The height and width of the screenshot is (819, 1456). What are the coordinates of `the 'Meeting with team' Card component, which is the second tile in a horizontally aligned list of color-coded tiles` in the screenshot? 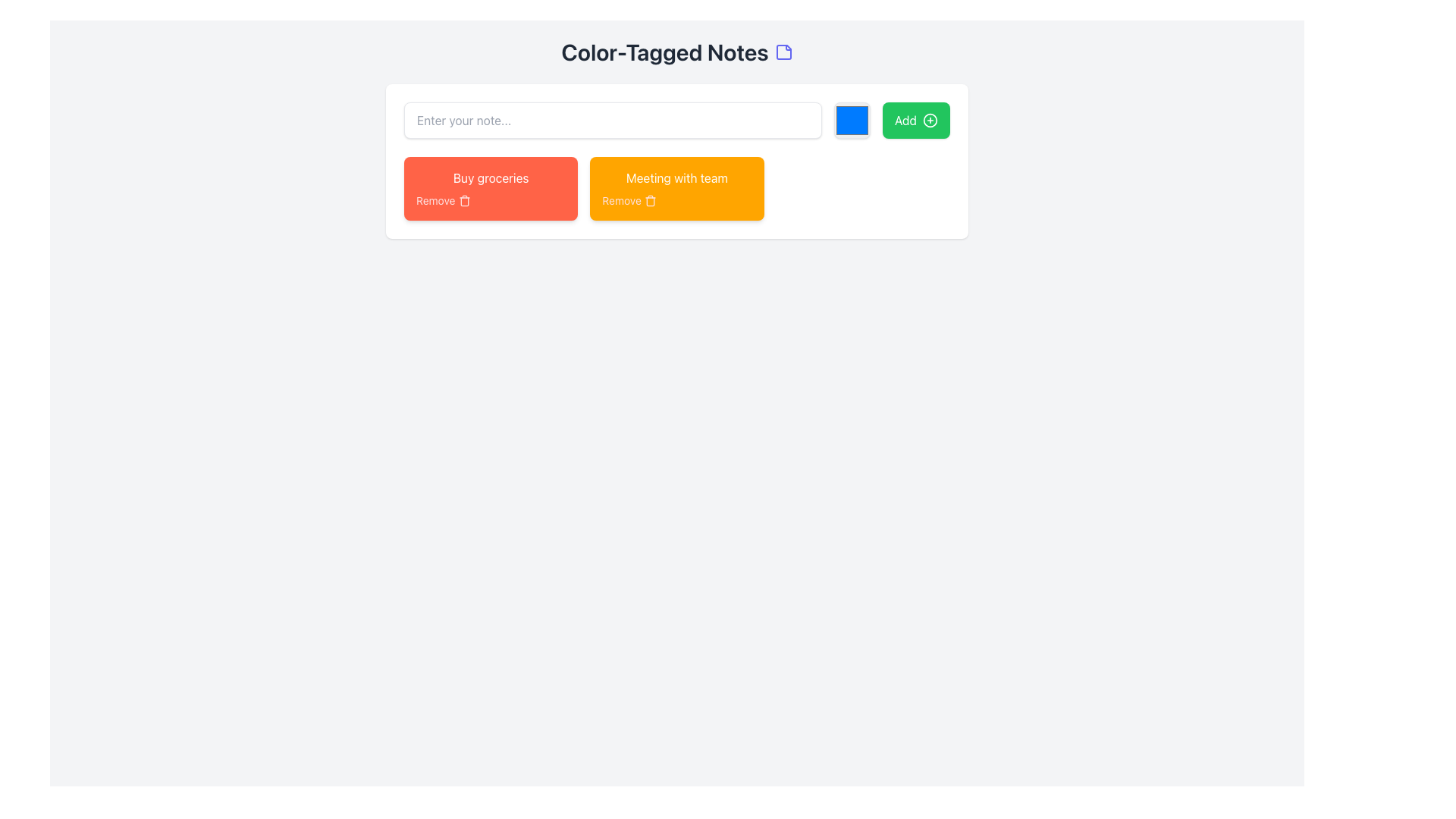 It's located at (676, 188).